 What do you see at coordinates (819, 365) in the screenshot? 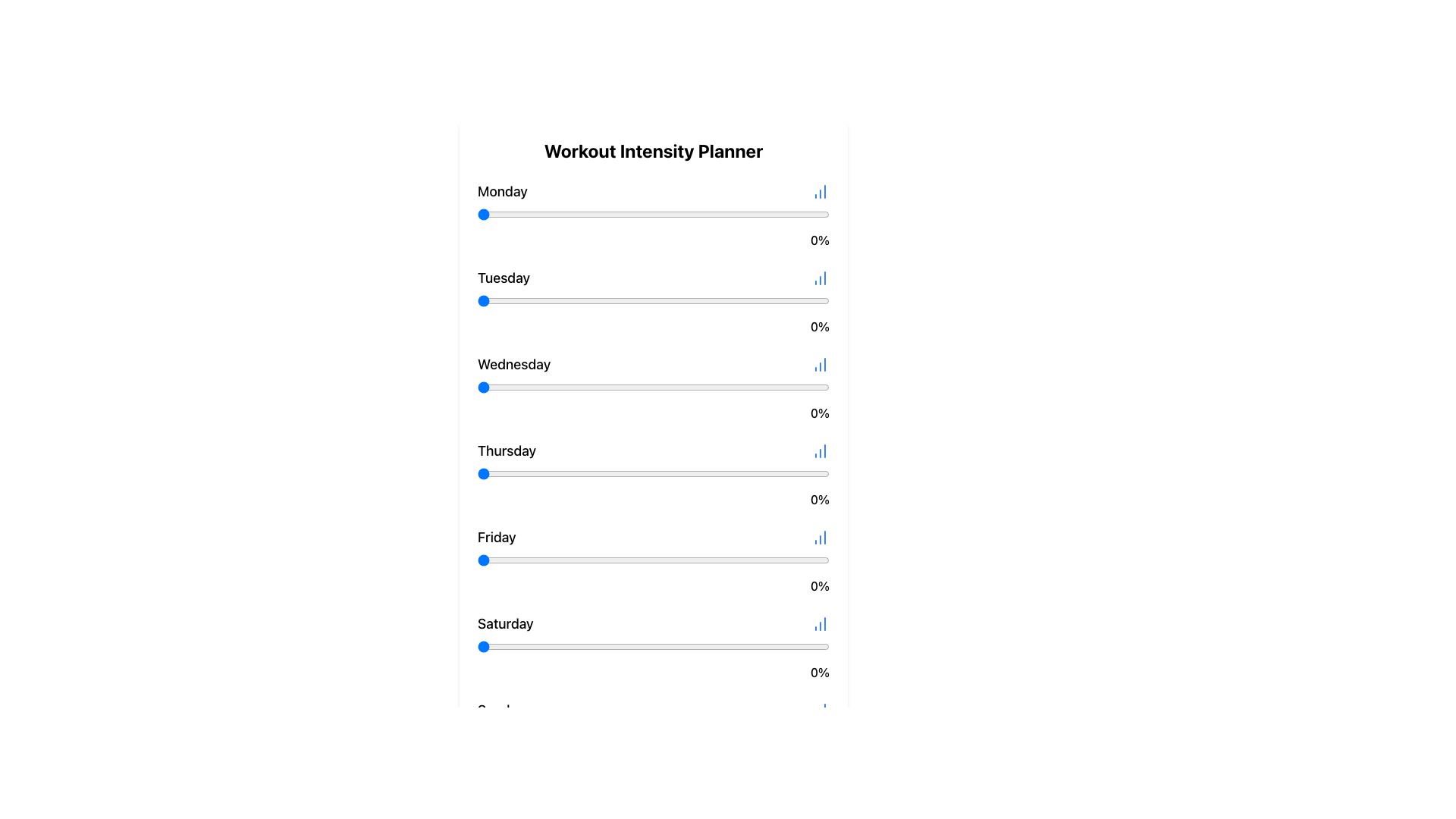
I see `the graphical chart icon associated with the 'Wednesday' label` at bounding box center [819, 365].